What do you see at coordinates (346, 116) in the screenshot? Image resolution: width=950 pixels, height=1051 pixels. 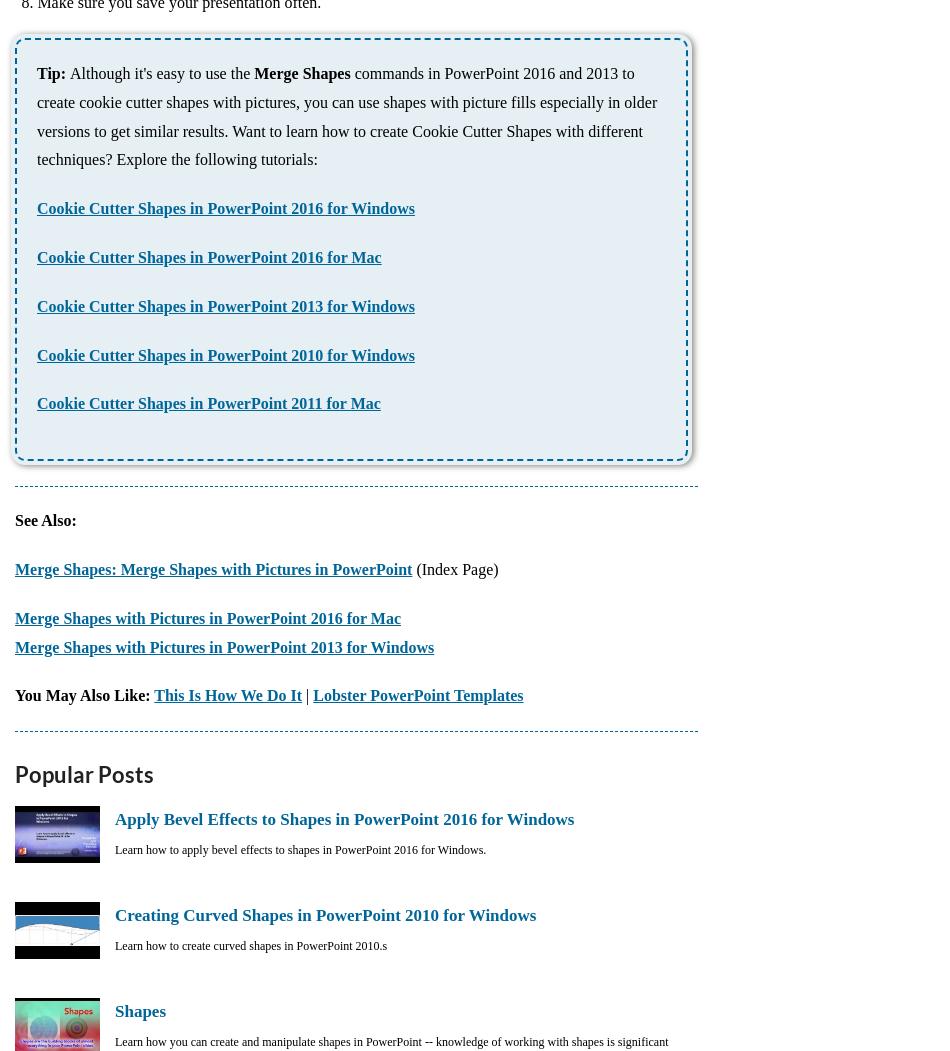 I see `'commands in PowerPoint 2016 and 2013 to create cookie cutter shapes with pictures,
you can use shapes with picture fills especially in older versions to get similar results. Want to learn how to create Cookie Cutter Shapes with different techniques?
Explore the following tutorials:'` at bounding box center [346, 116].